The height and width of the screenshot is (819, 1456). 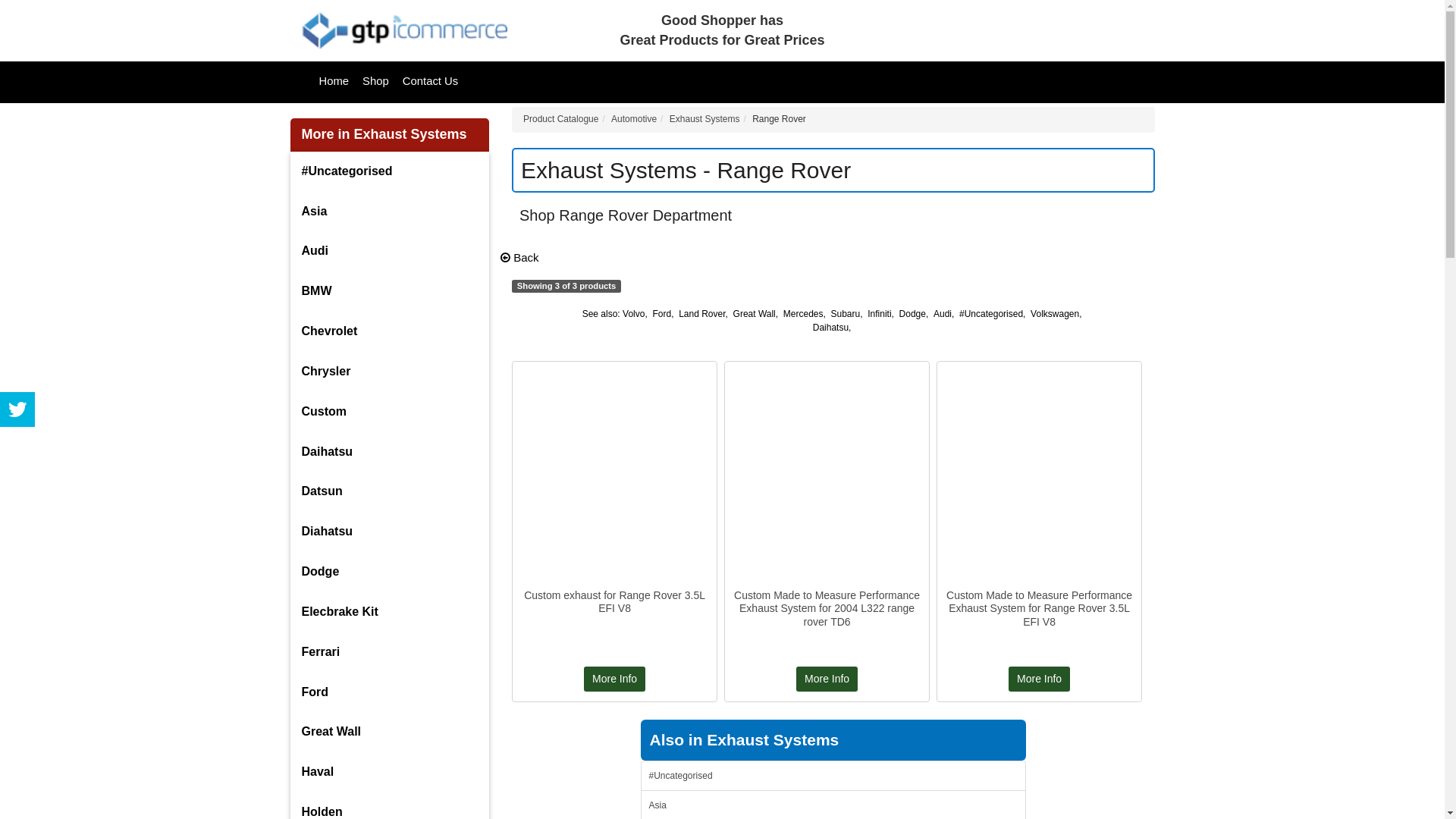 I want to click on 'BMW', so click(x=290, y=291).